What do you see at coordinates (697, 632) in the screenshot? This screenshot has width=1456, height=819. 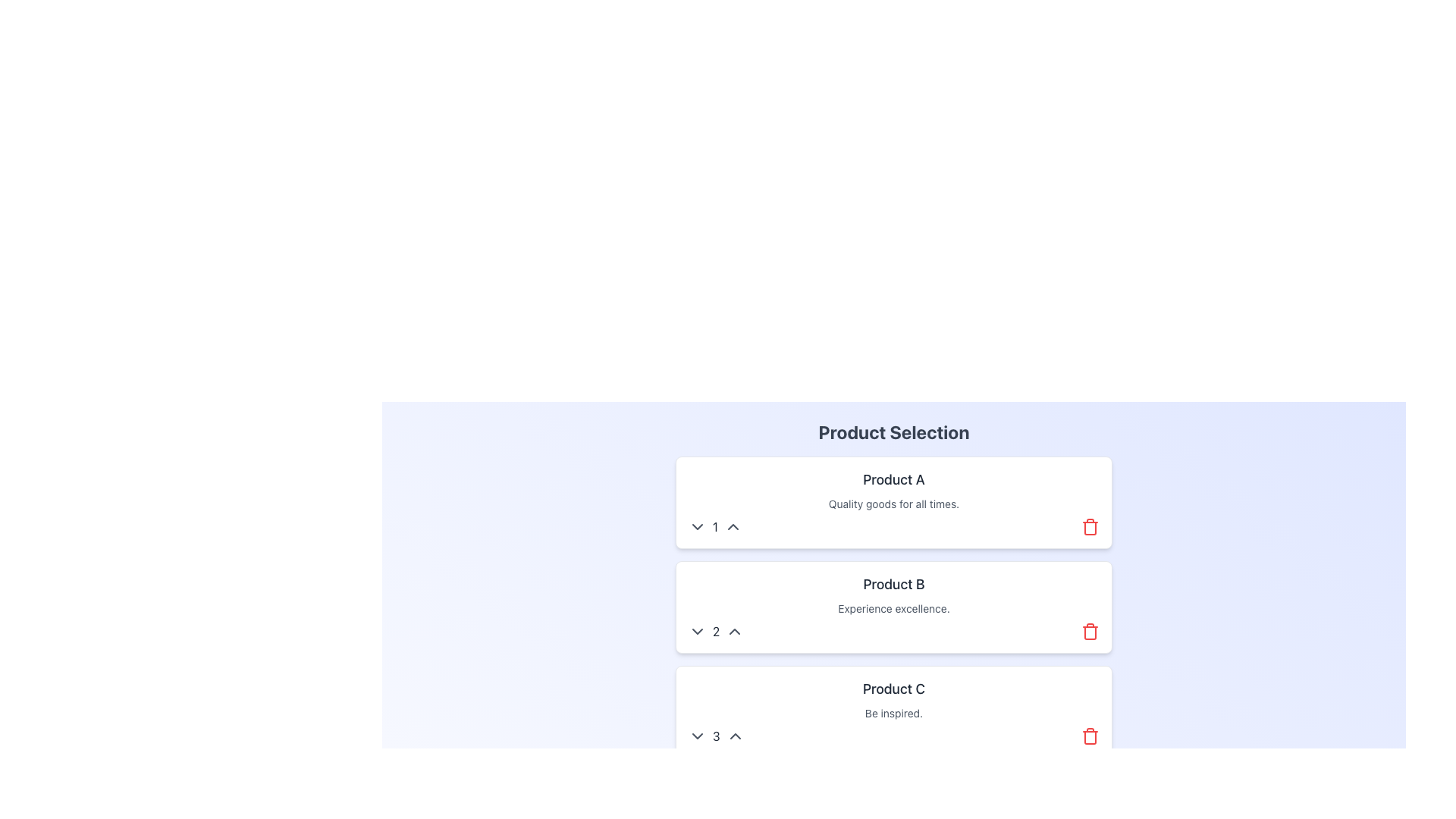 I see `the downward-pointing chevron icon to decrease the numerical value associated with 'Product B'` at bounding box center [697, 632].